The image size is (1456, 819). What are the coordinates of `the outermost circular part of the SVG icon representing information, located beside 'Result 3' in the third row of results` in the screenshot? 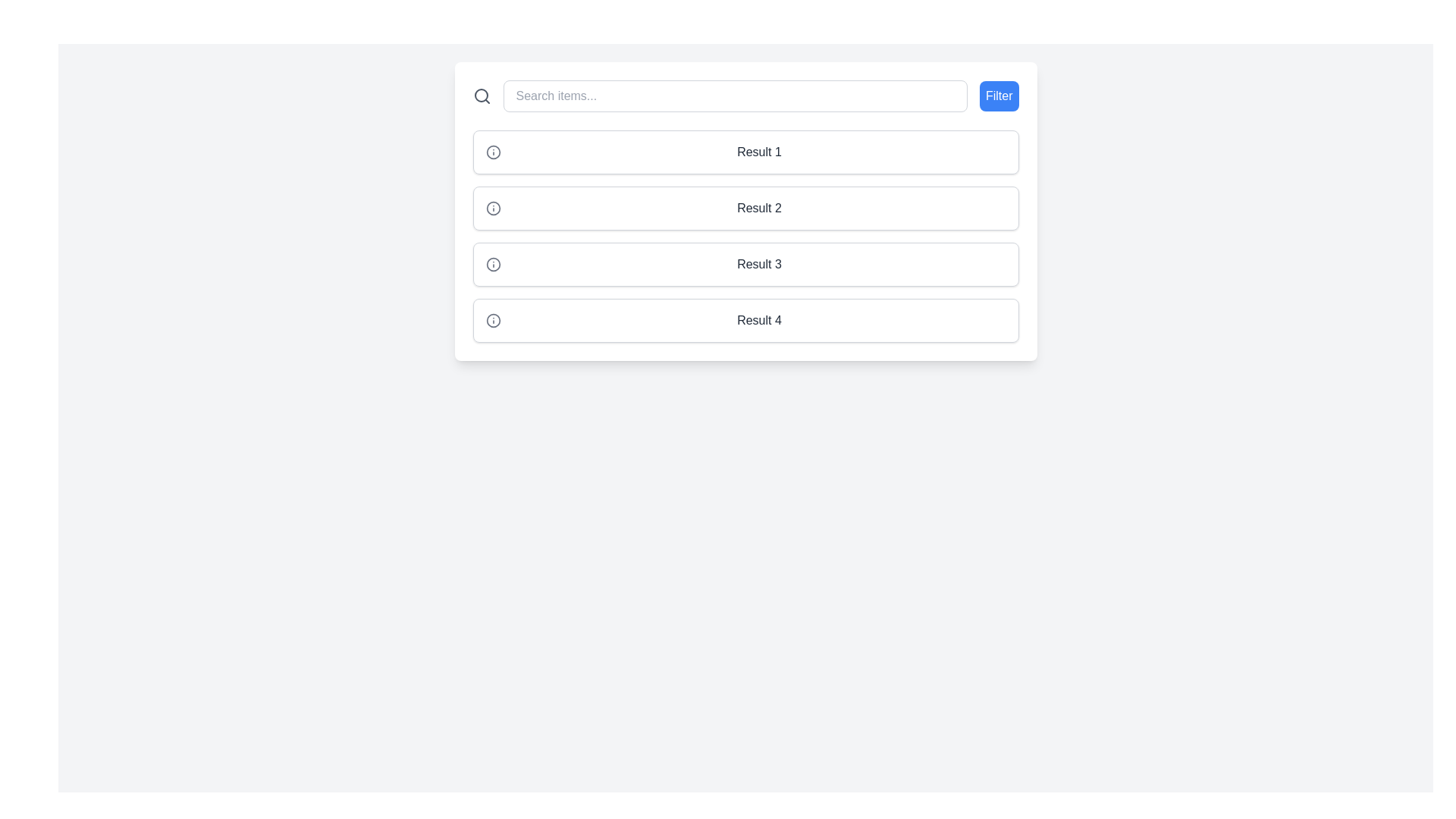 It's located at (493, 263).